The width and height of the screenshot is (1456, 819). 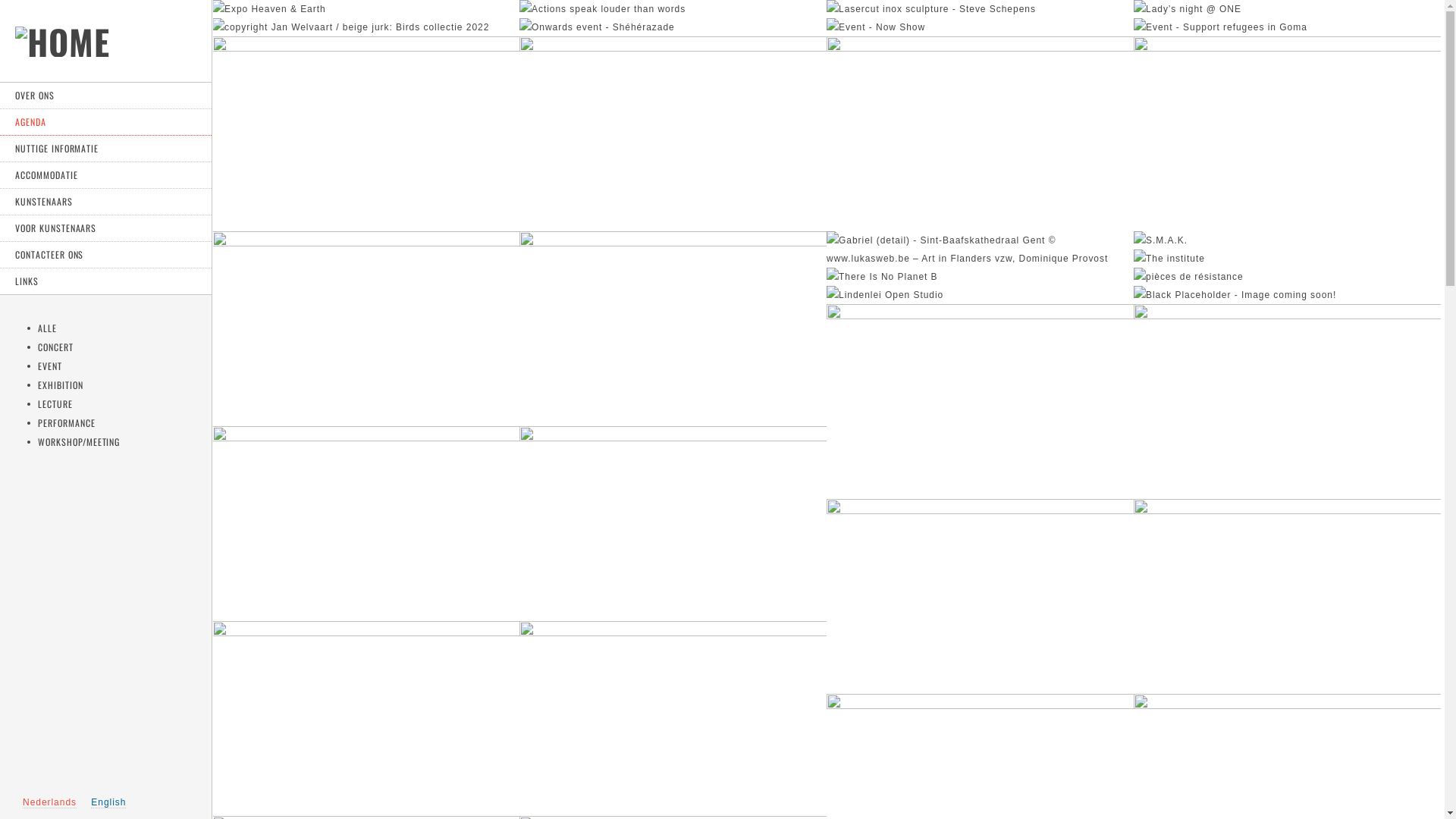 I want to click on 'AGENDA', so click(x=105, y=121).